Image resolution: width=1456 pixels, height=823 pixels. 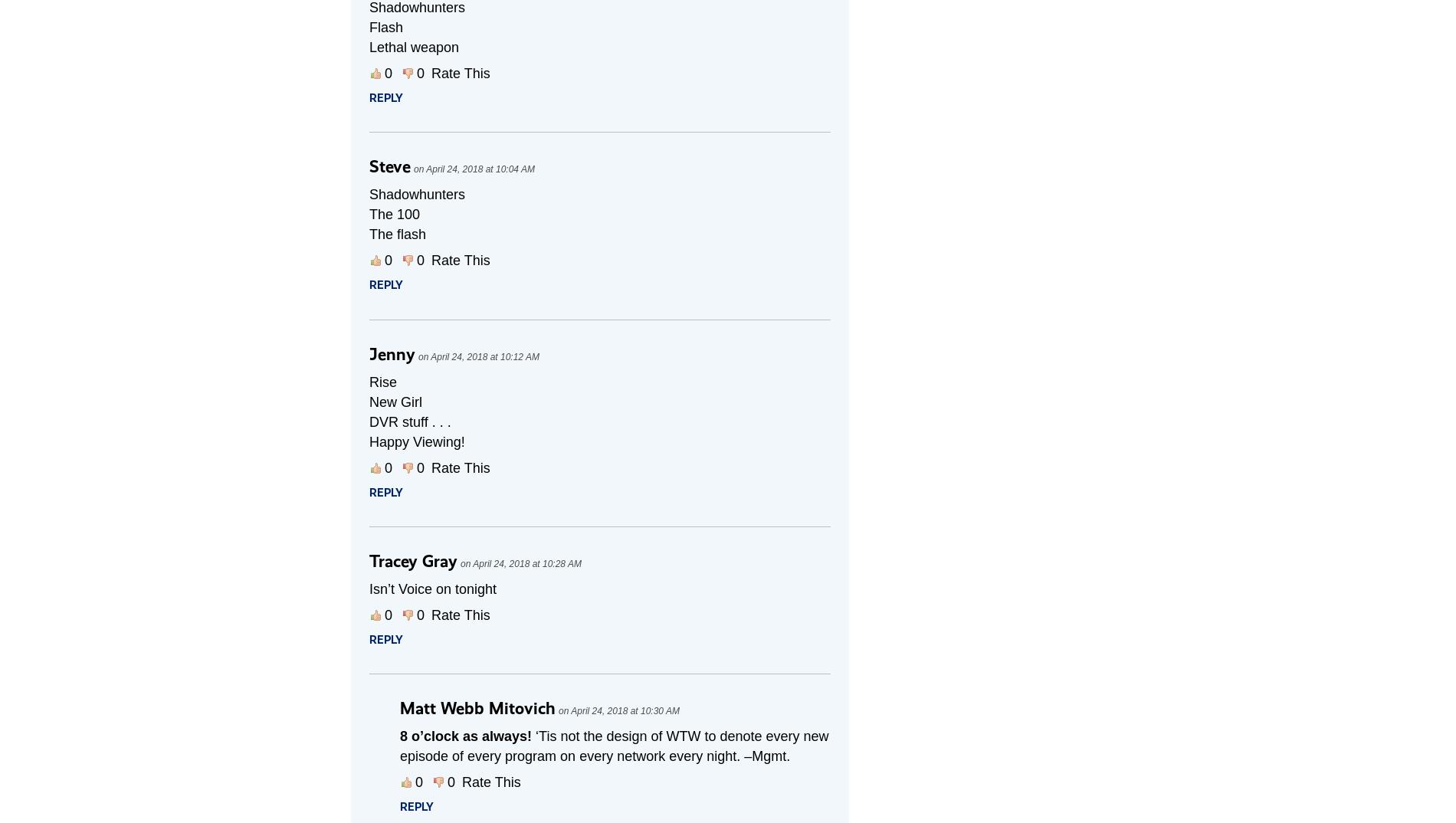 What do you see at coordinates (390, 166) in the screenshot?
I see `'Steve'` at bounding box center [390, 166].